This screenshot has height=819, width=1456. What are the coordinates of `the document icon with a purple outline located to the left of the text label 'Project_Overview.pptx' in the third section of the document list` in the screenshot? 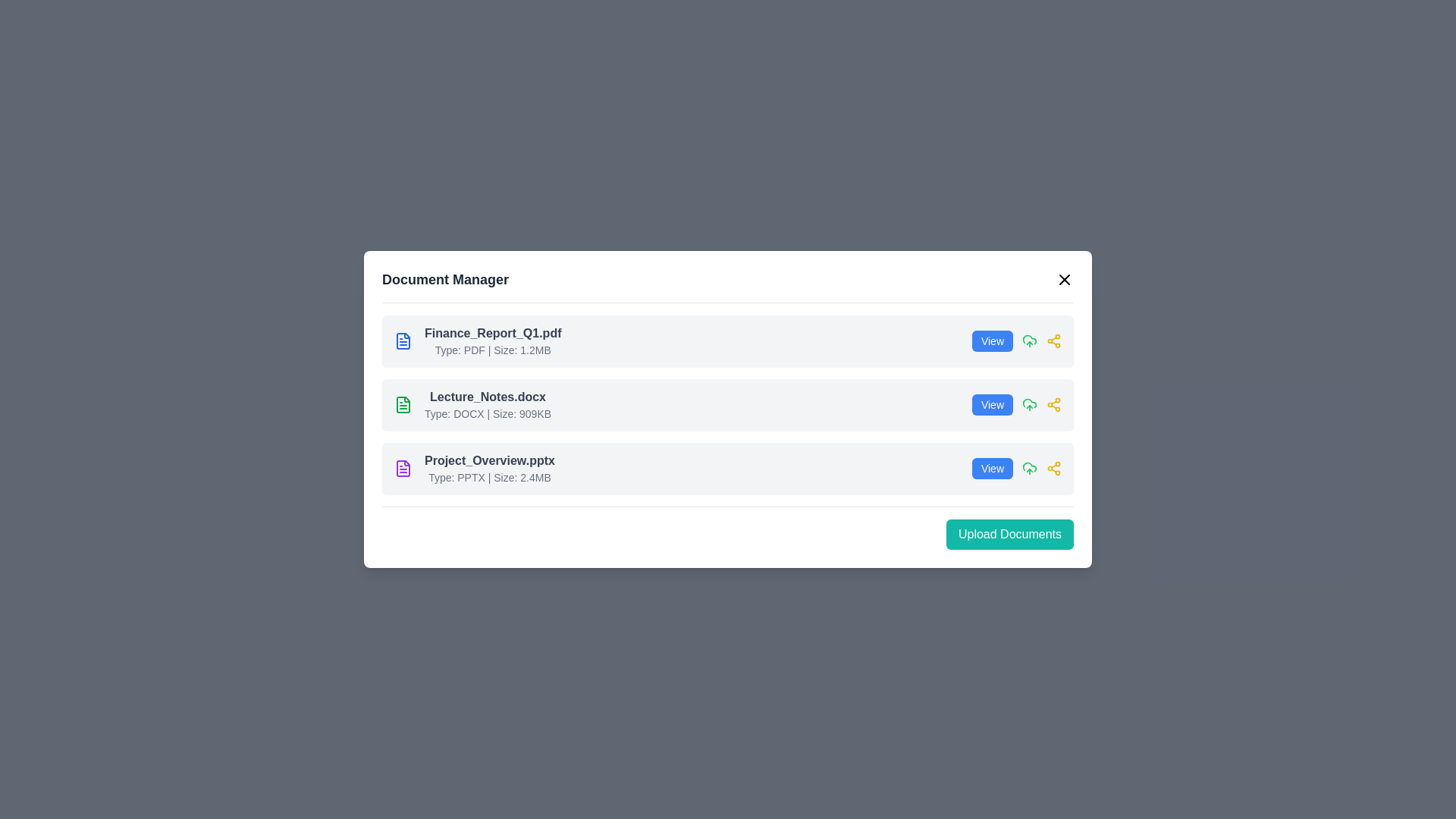 It's located at (403, 467).